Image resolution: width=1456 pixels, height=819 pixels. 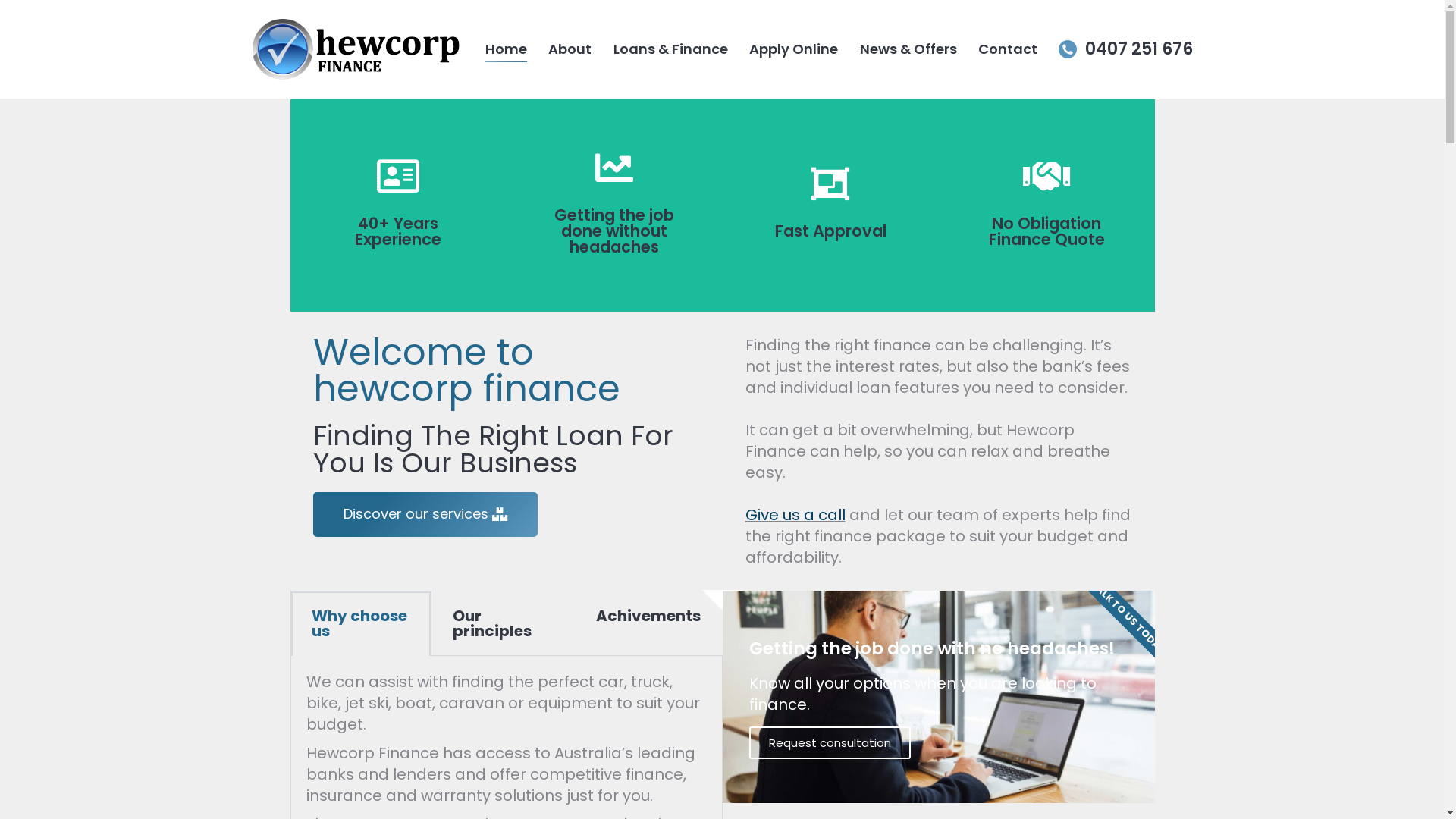 I want to click on 'About', so click(x=569, y=49).